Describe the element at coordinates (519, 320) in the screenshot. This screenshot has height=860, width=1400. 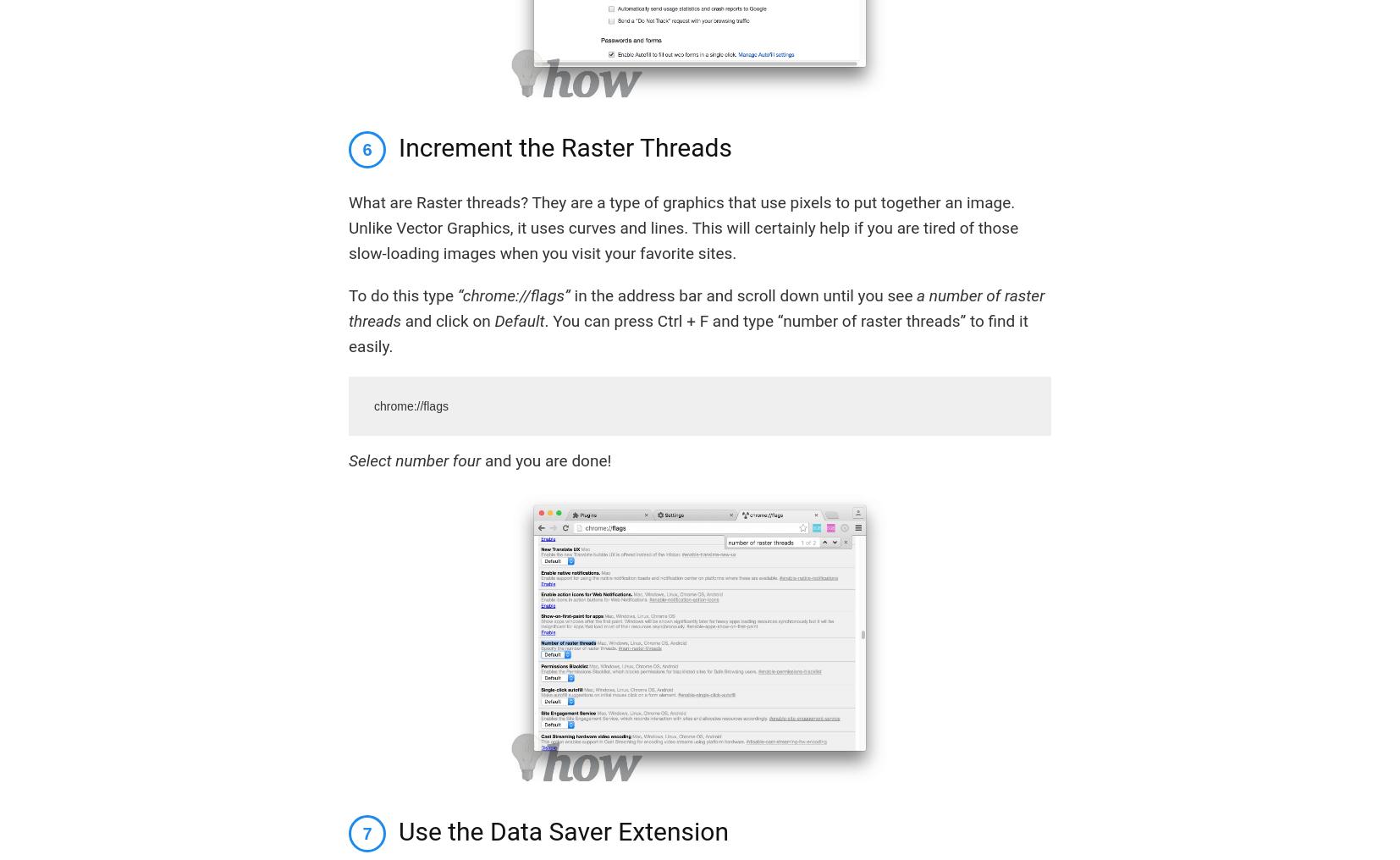
I see `'Default'` at that location.